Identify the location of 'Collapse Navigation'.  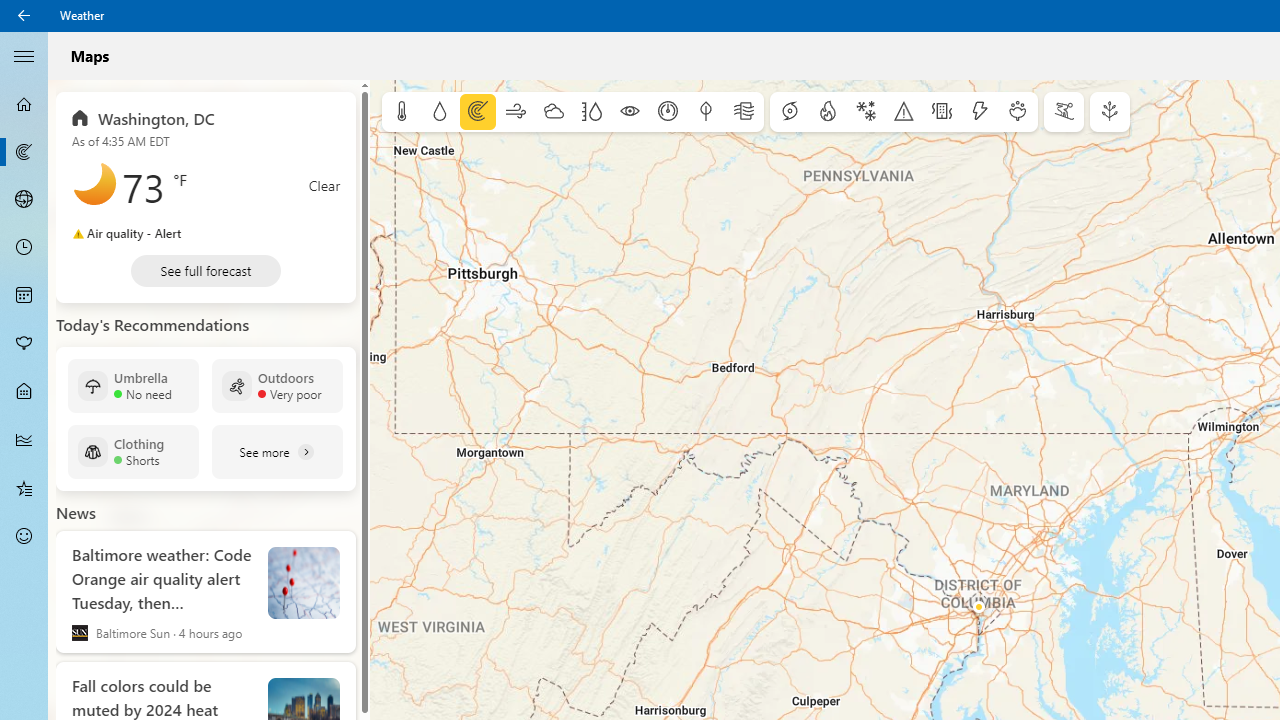
(24, 54).